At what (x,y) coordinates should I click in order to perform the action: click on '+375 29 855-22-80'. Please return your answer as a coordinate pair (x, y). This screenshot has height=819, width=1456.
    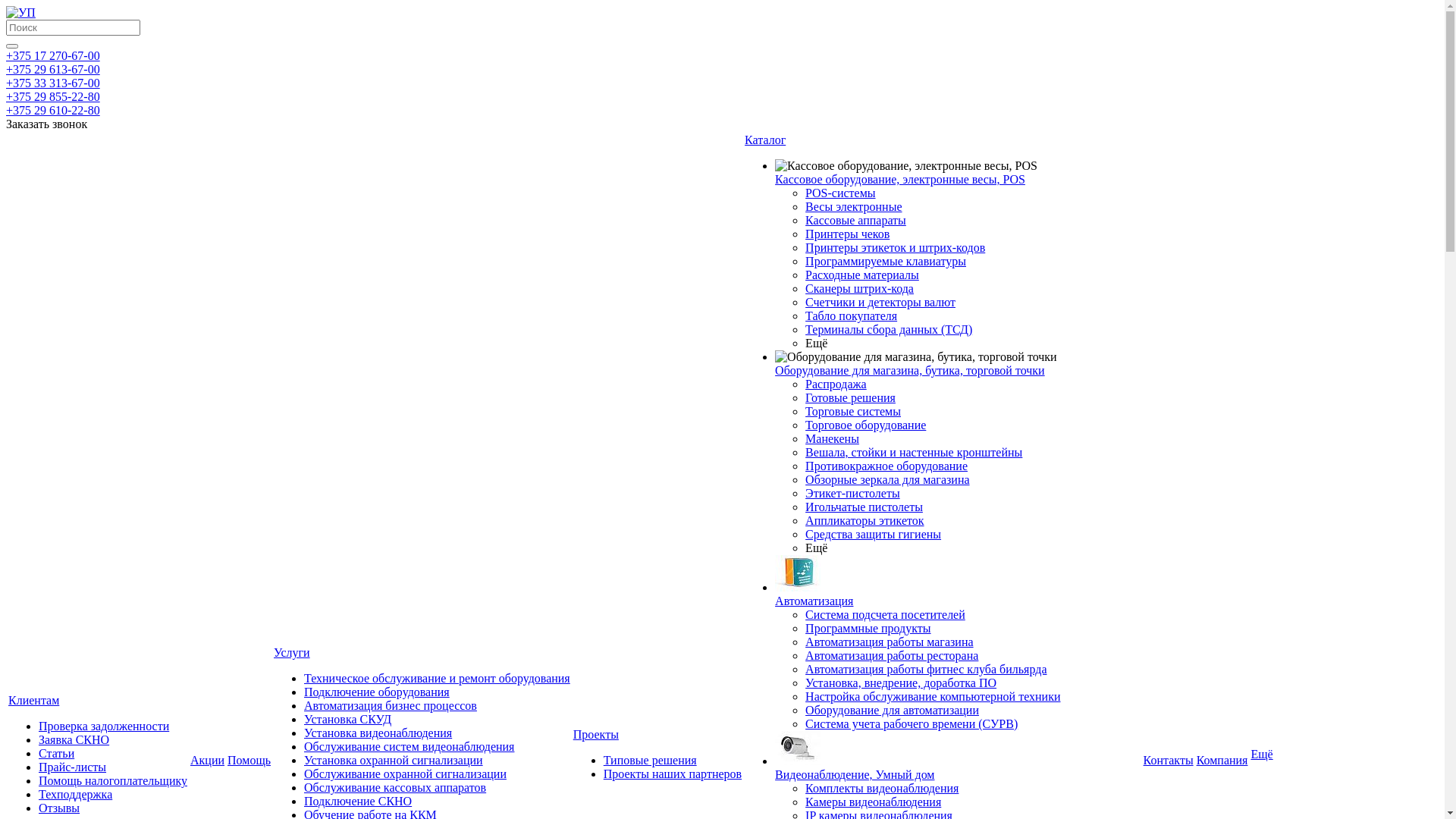
    Looking at the image, I should click on (53, 96).